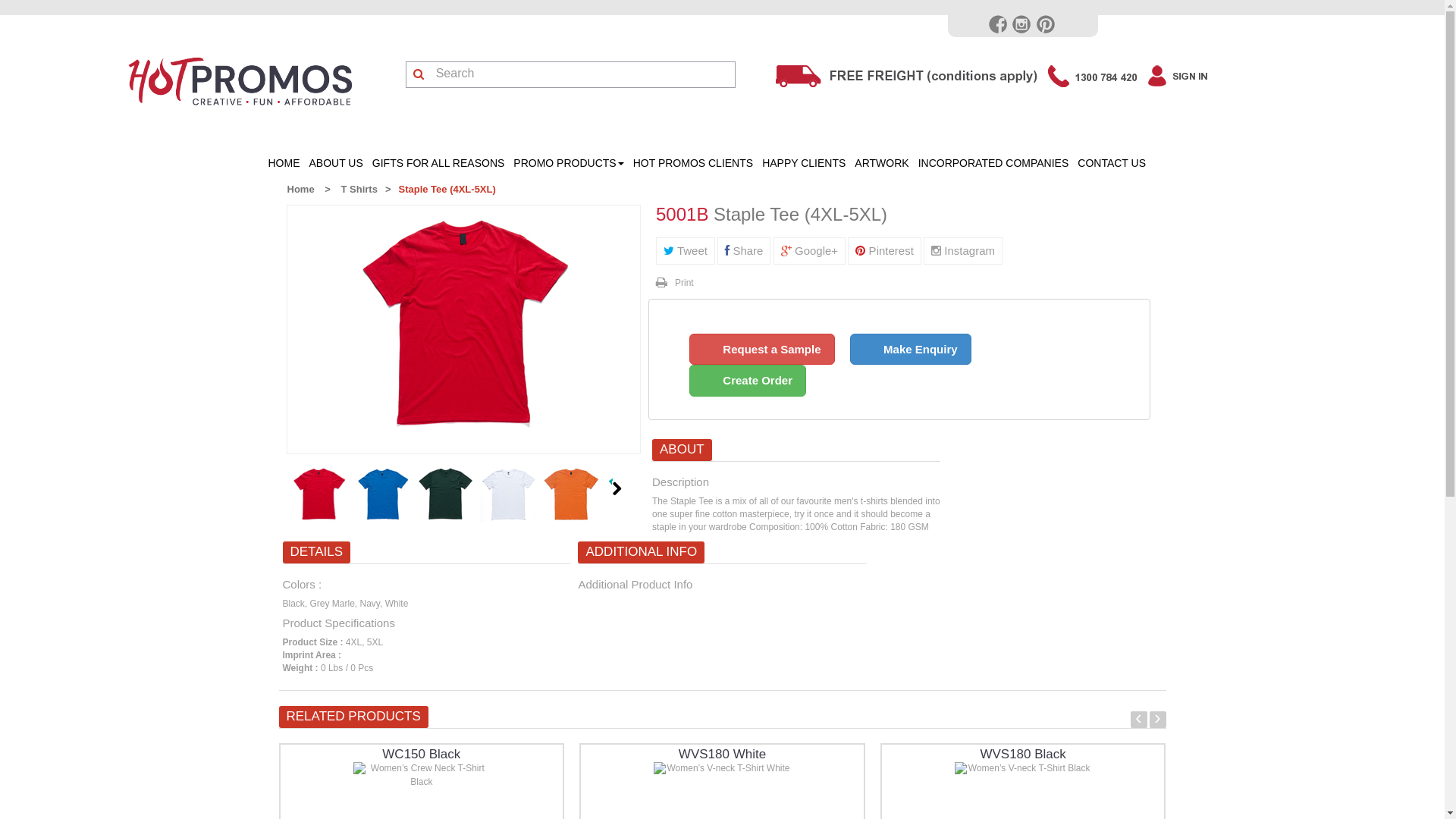  I want to click on 'CONTACT US', so click(1111, 163).